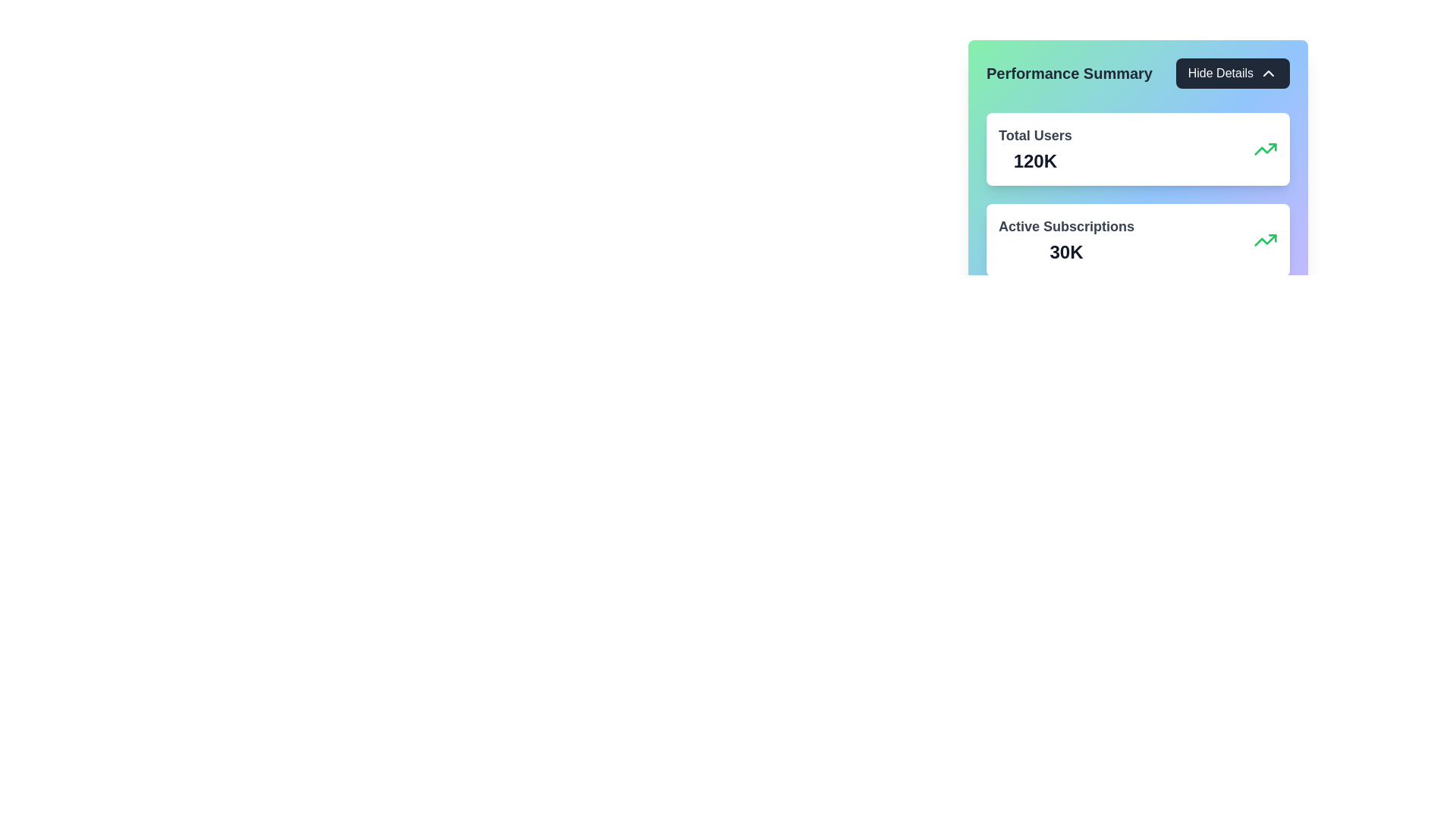 Image resolution: width=1456 pixels, height=819 pixels. Describe the element at coordinates (1266, 149) in the screenshot. I see `the green upward trend icon, which represents progress or growth, located to the right of the 'Active Subscriptions' label in the lower section of the 'Performance Summary' card` at that location.